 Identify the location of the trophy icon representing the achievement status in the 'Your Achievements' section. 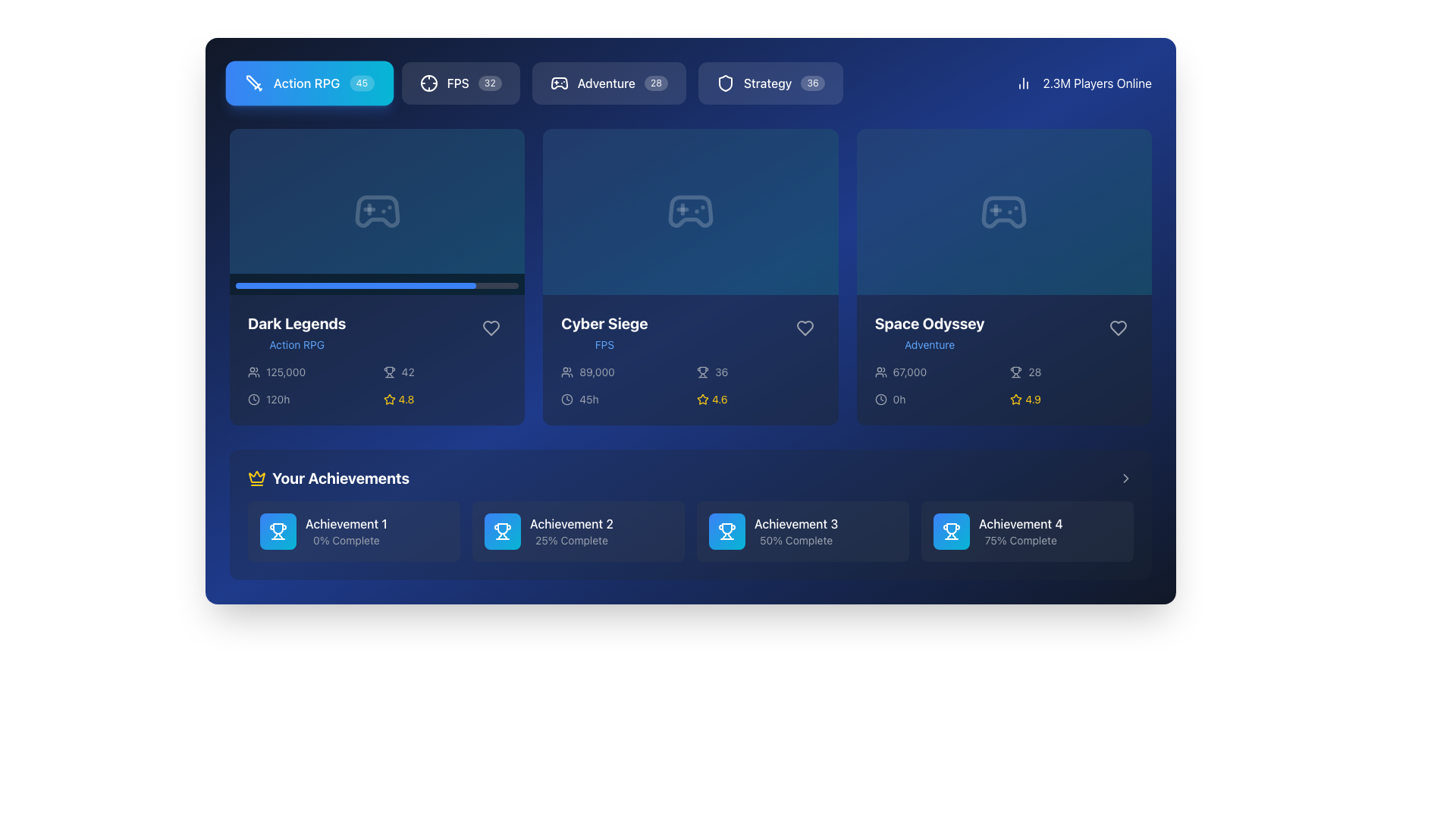
(726, 531).